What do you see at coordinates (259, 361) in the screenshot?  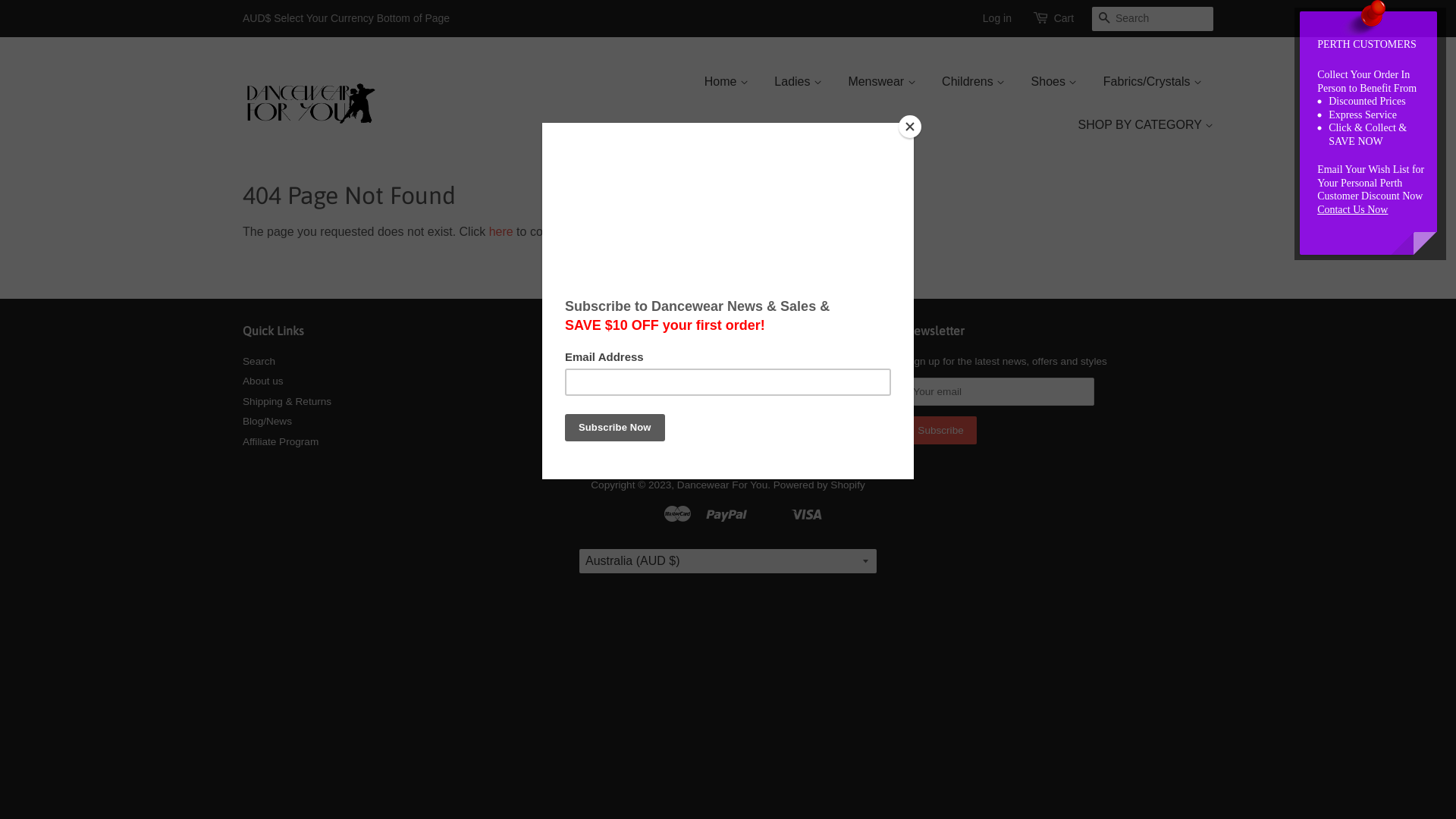 I see `'Search'` at bounding box center [259, 361].